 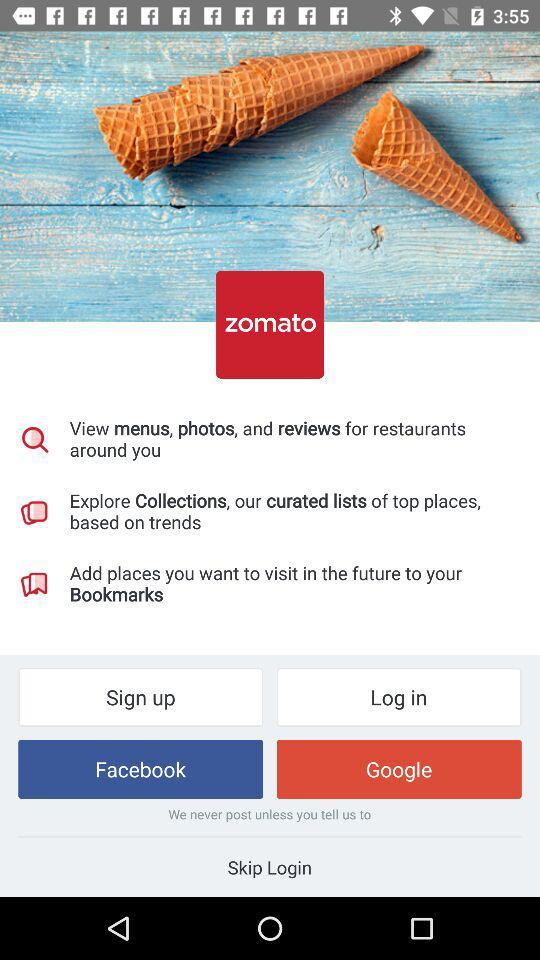 What do you see at coordinates (399, 768) in the screenshot?
I see `icon above we never post item` at bounding box center [399, 768].